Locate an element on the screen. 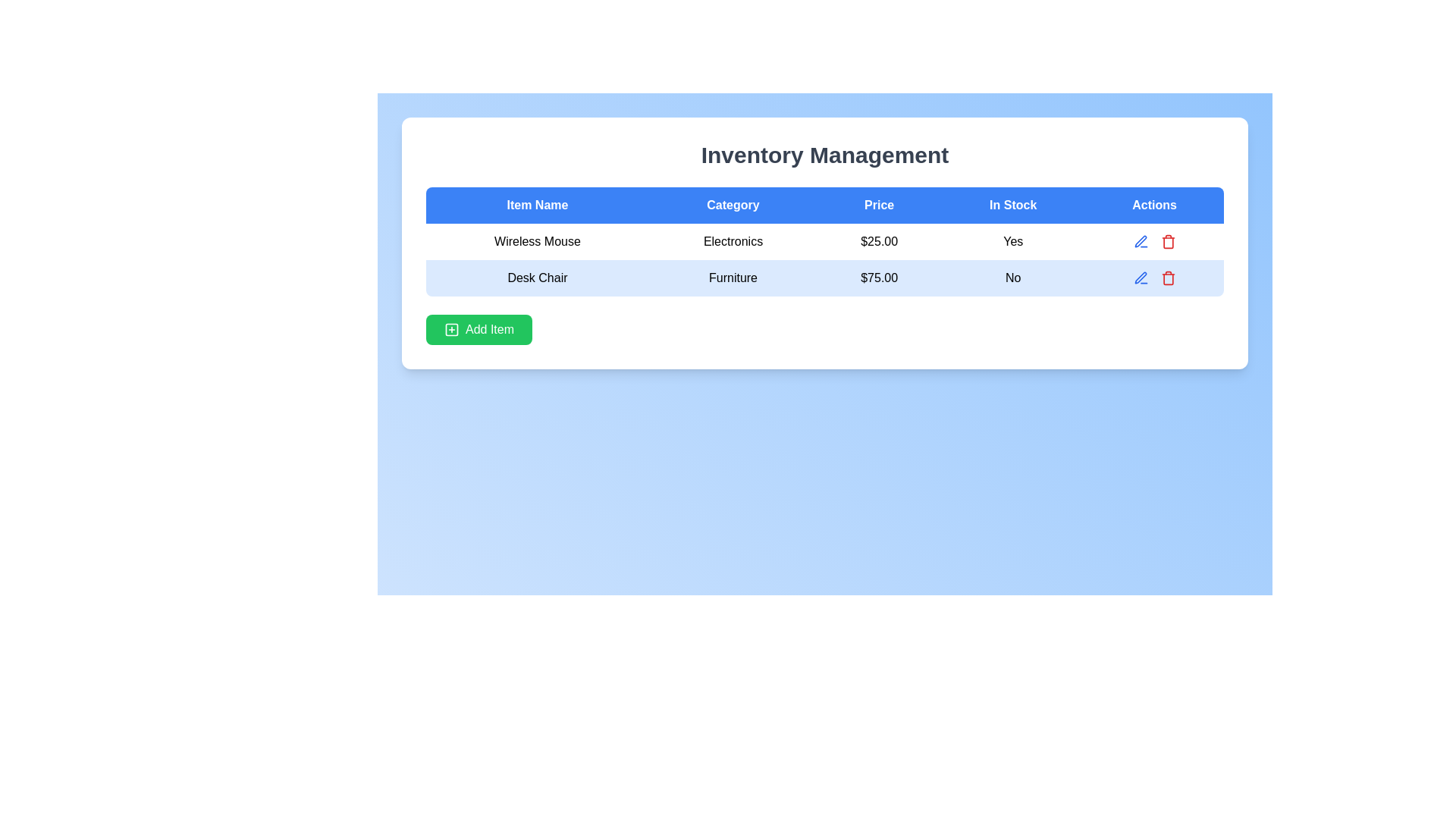 The width and height of the screenshot is (1456, 819). the Table Header Cell that indicates the 'Price' column in the table, which is centrally aligned and located third from the left among its siblings is located at coordinates (879, 205).